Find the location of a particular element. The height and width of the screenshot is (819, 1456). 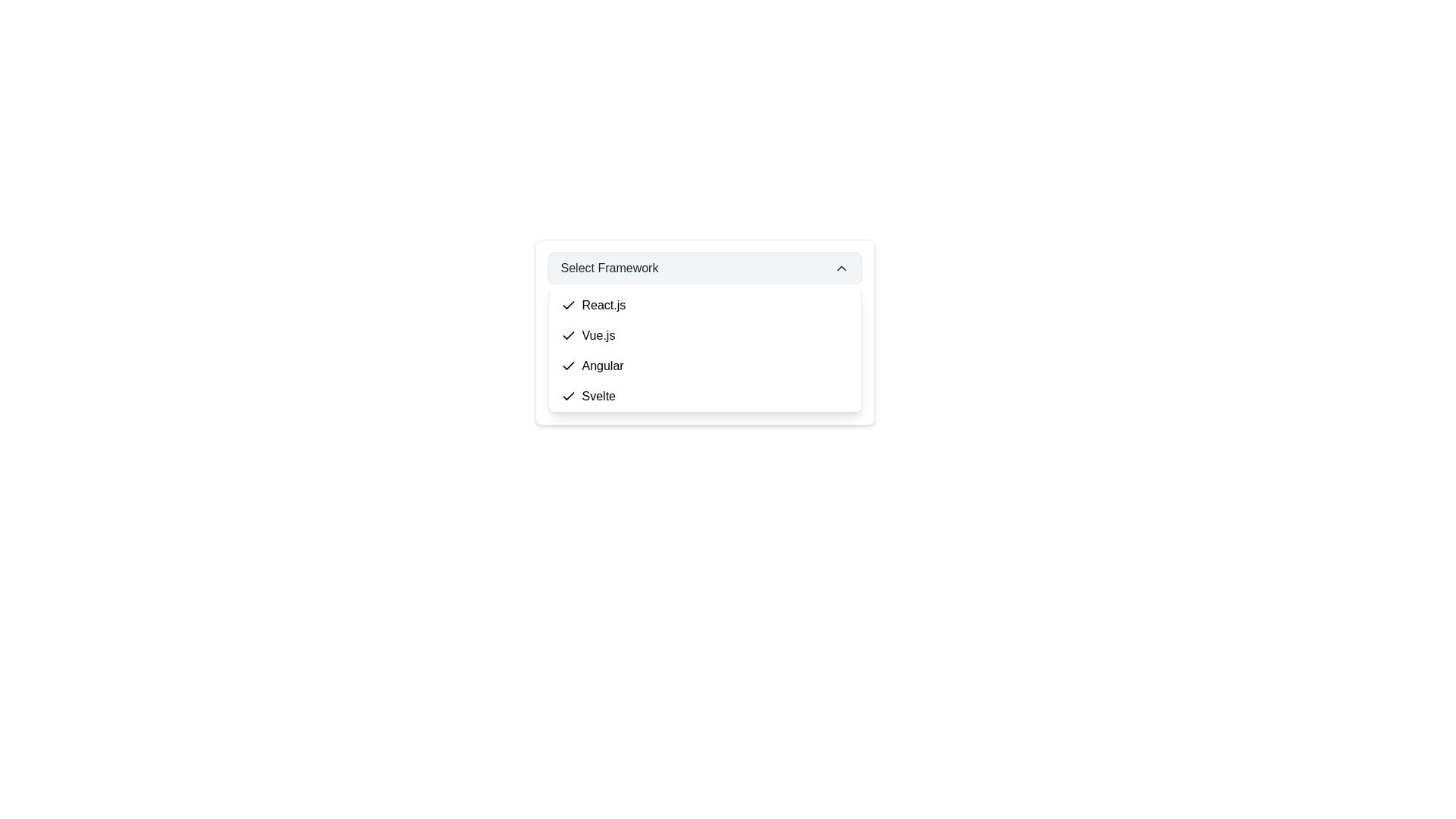

the Vue.js checkmark icon in the dropdown menu that indicates it as a selected option under 'Select Framework' is located at coordinates (567, 335).